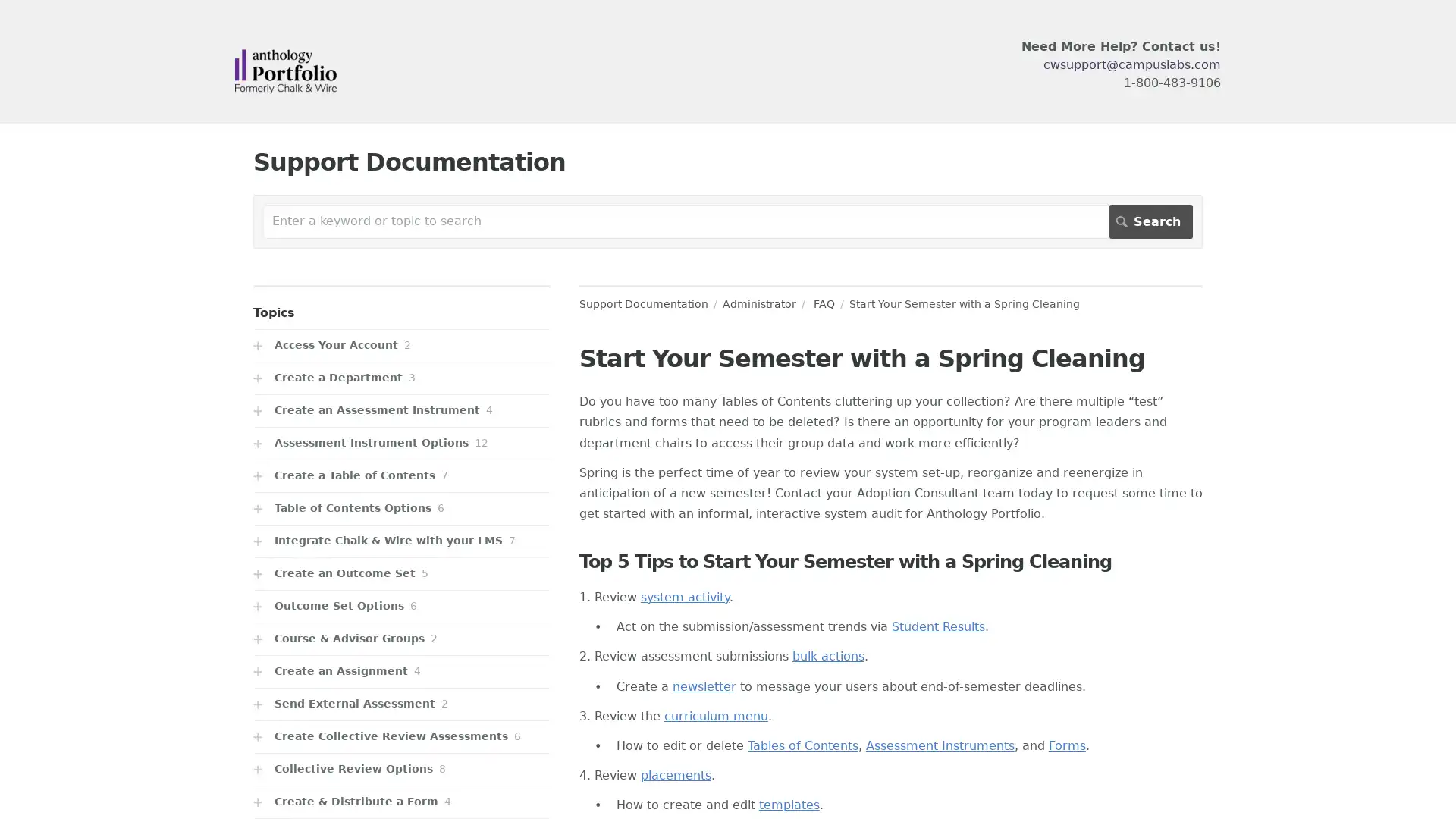  What do you see at coordinates (401, 443) in the screenshot?
I see `Assessment Instrument Options 12` at bounding box center [401, 443].